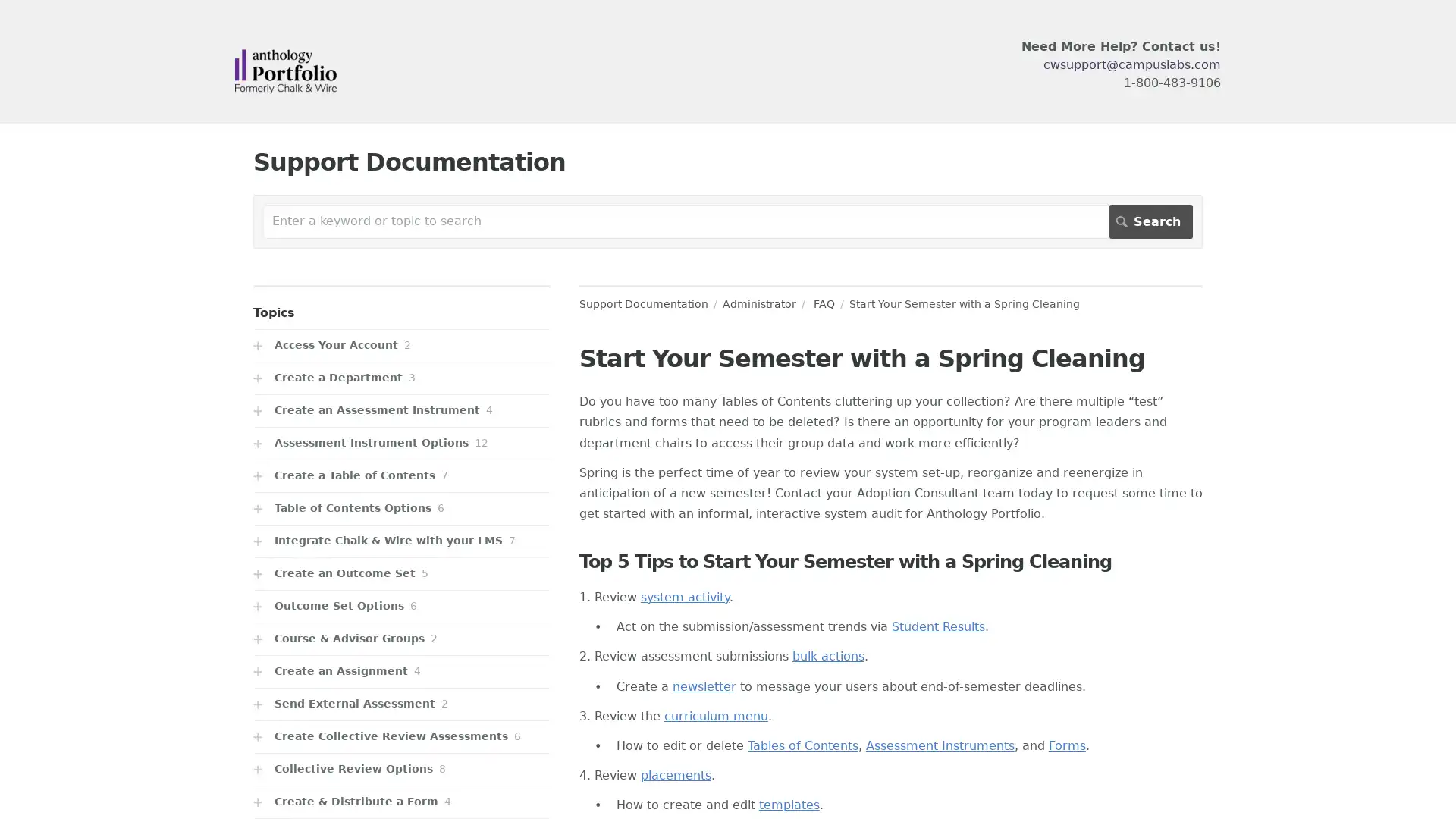  What do you see at coordinates (401, 443) in the screenshot?
I see `Assessment Instrument Options 12` at bounding box center [401, 443].